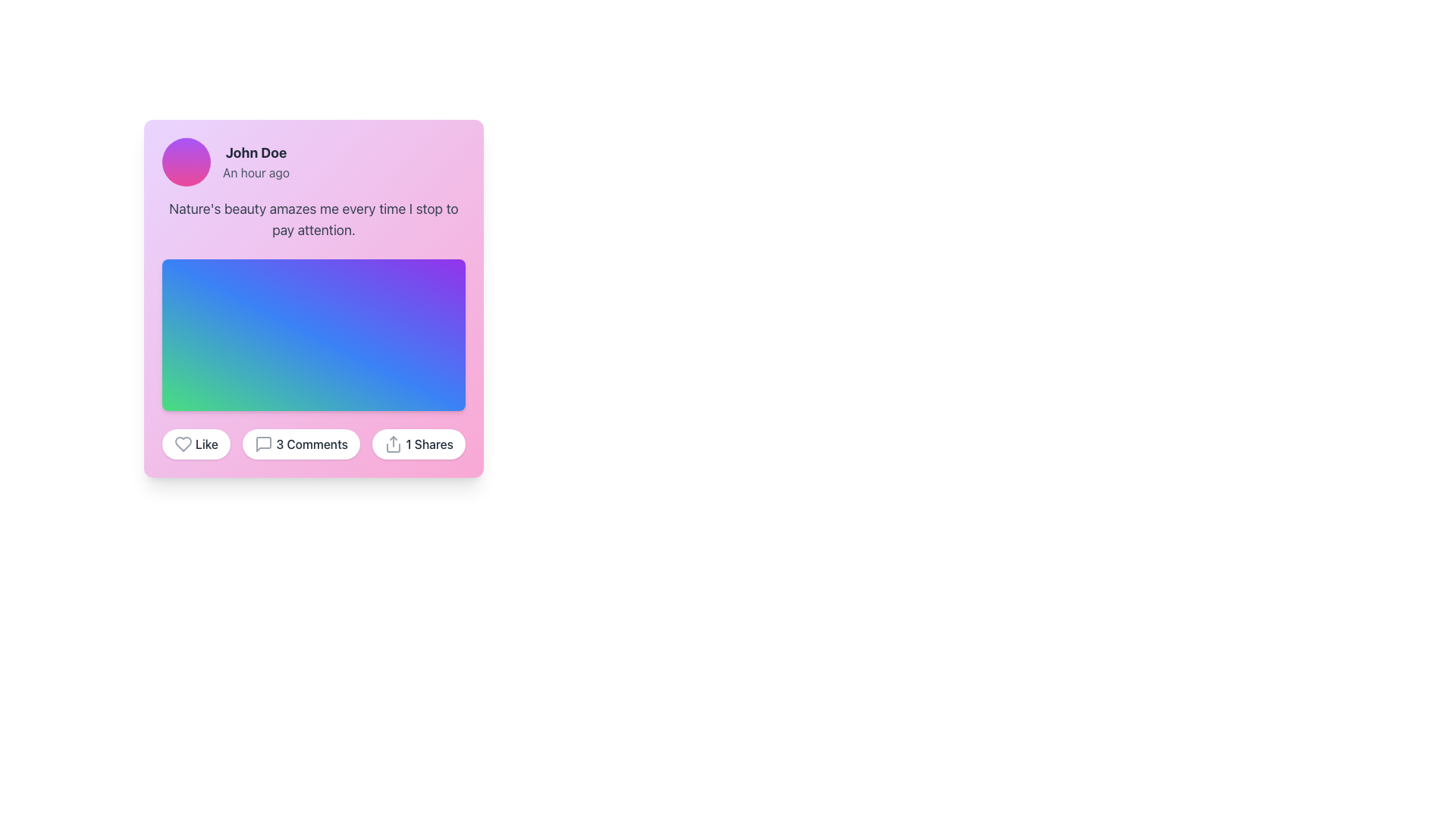 This screenshot has width=1456, height=819. Describe the element at coordinates (182, 444) in the screenshot. I see `the heart icon representing the 'like' action located in the bottom-left corner of the horizontal toolbar for post interactions` at that location.